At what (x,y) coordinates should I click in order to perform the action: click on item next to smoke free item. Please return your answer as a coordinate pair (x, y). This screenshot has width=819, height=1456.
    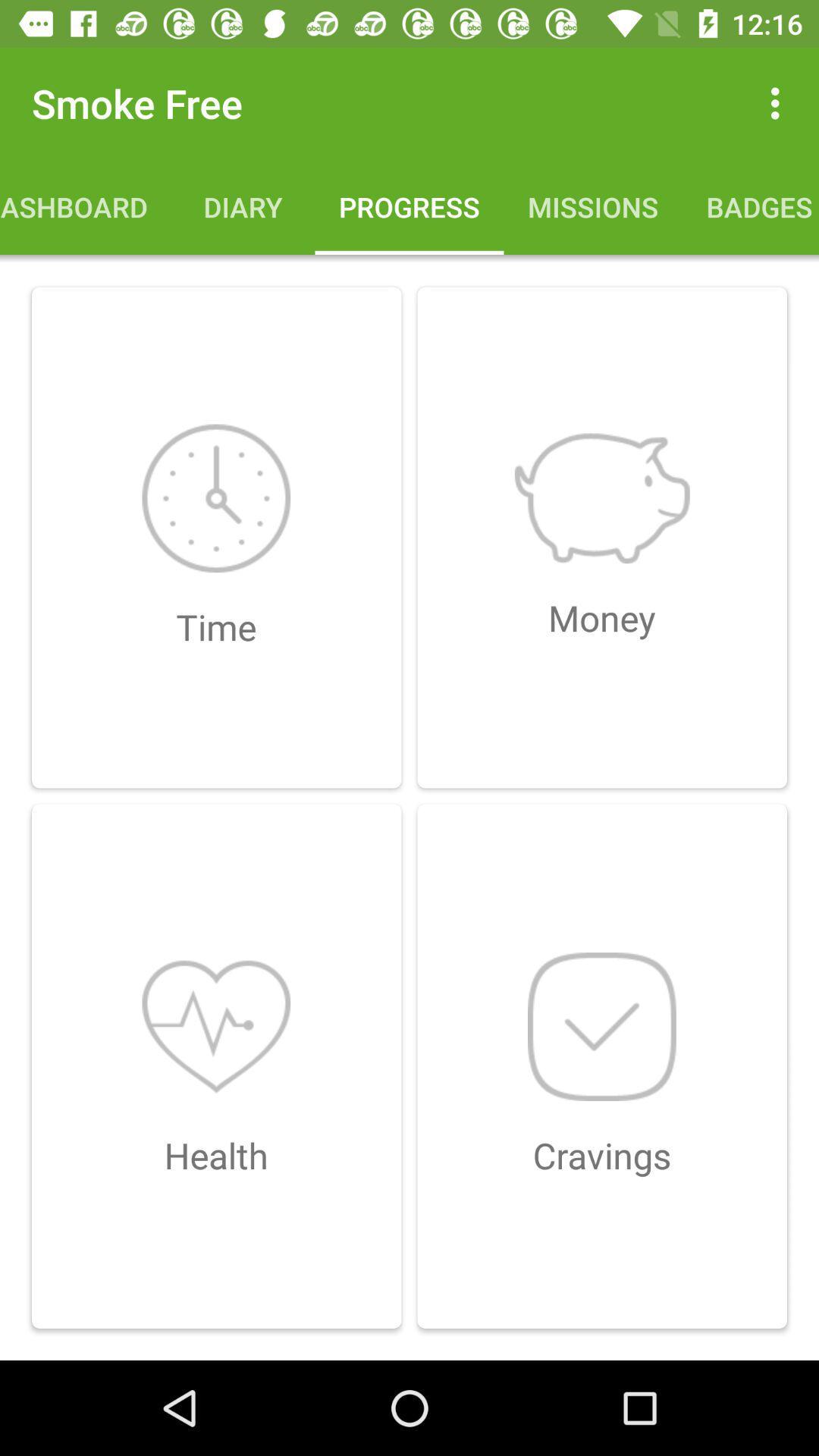
    Looking at the image, I should click on (779, 102).